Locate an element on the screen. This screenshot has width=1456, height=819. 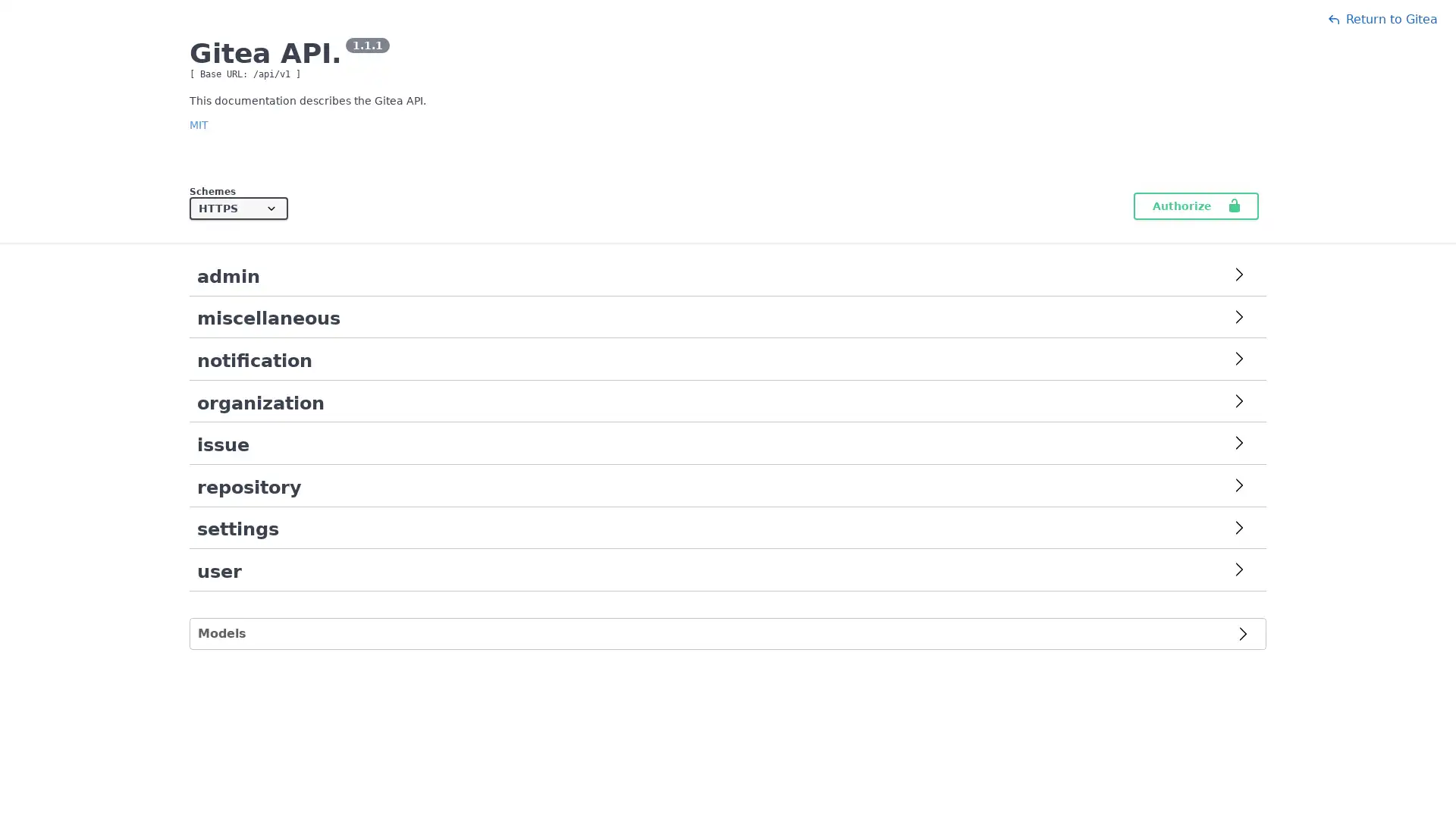
Expand operation is located at coordinates (1238, 571).